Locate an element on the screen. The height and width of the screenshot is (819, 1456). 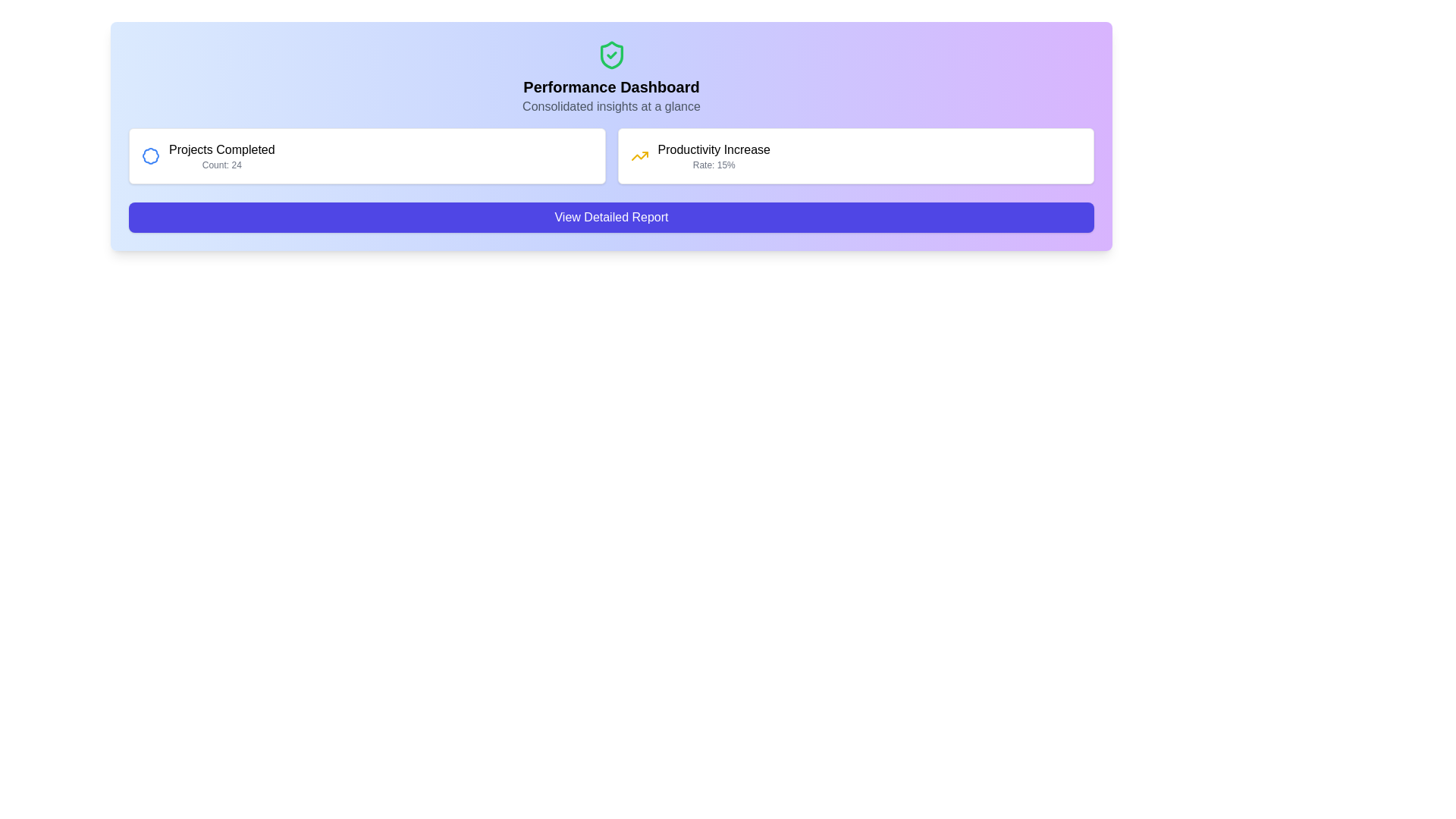
the static text label displaying 'Consolidated insights at a glance.' located beneath the header 'Performance Dashboard.' is located at coordinates (611, 106).